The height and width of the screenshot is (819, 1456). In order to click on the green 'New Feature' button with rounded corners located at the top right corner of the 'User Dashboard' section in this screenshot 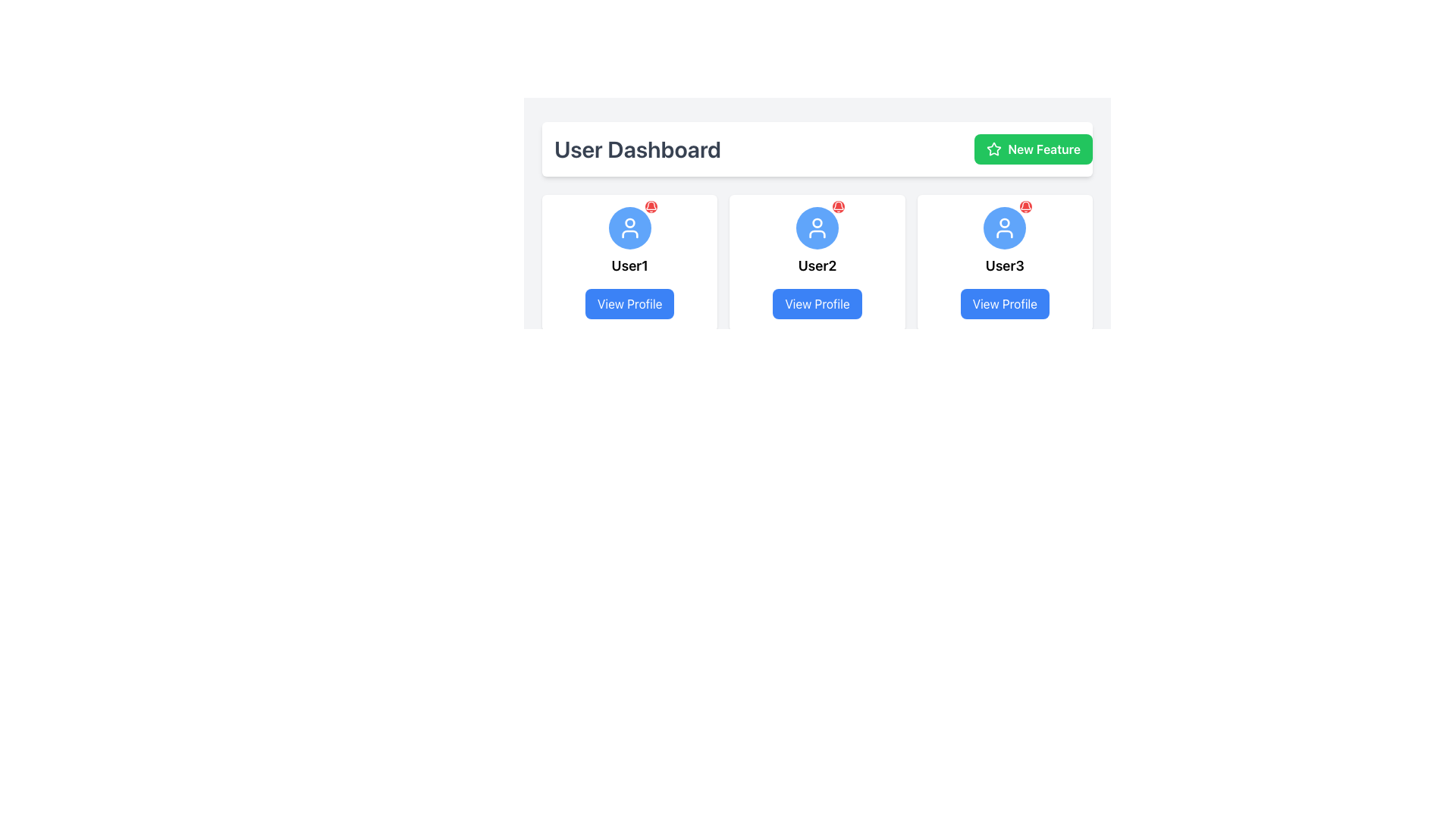, I will do `click(1033, 149)`.